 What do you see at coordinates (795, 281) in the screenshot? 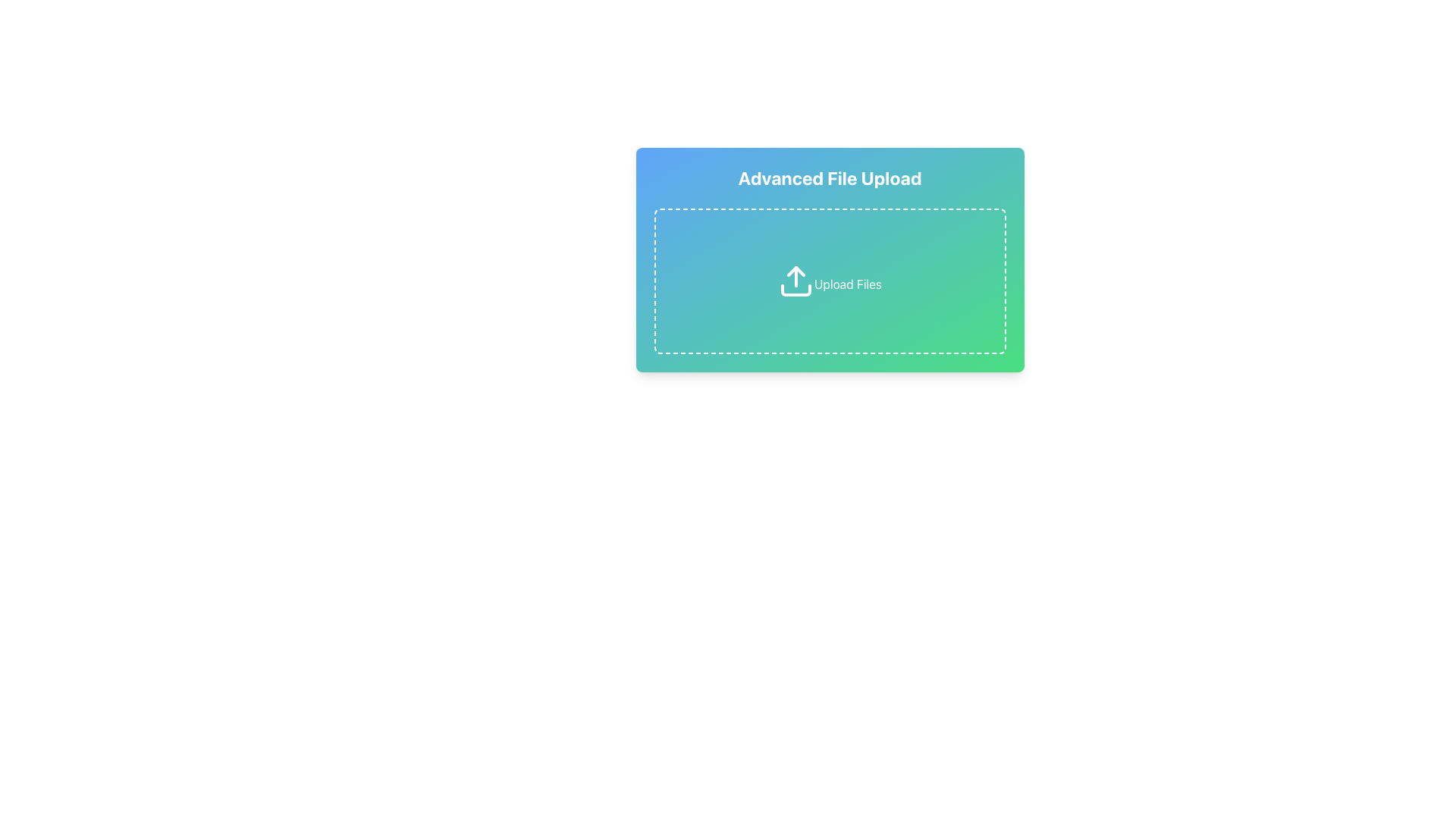
I see `the upload icon located centrally within the dashed border area of the 'Advanced File Upload' card to initiate the file upload process` at bounding box center [795, 281].